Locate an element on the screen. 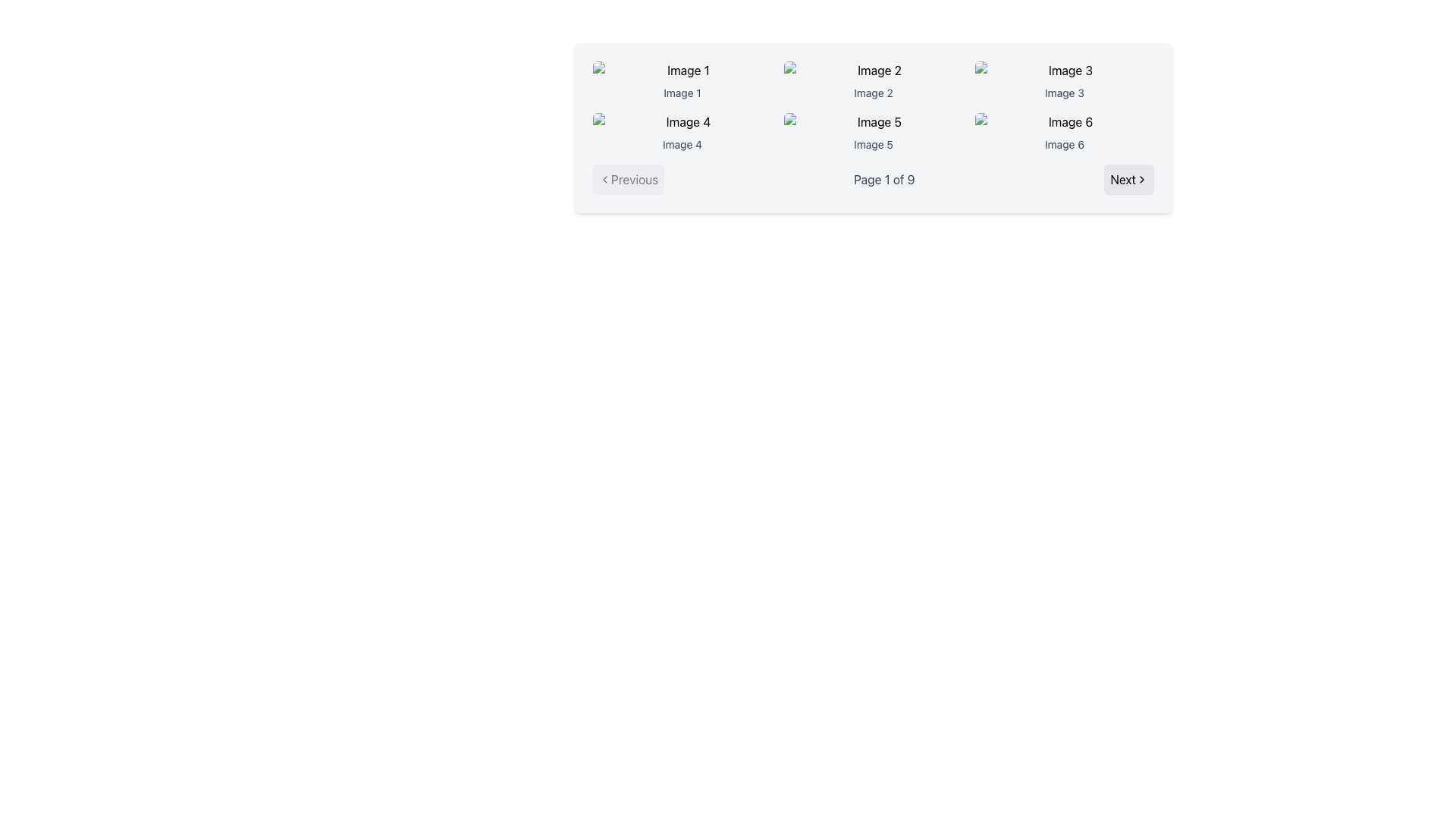 This screenshot has height=819, width=1456. the placeholder image for 'Image 5' located in the second row, third column of the gallery layout is located at coordinates (874, 121).